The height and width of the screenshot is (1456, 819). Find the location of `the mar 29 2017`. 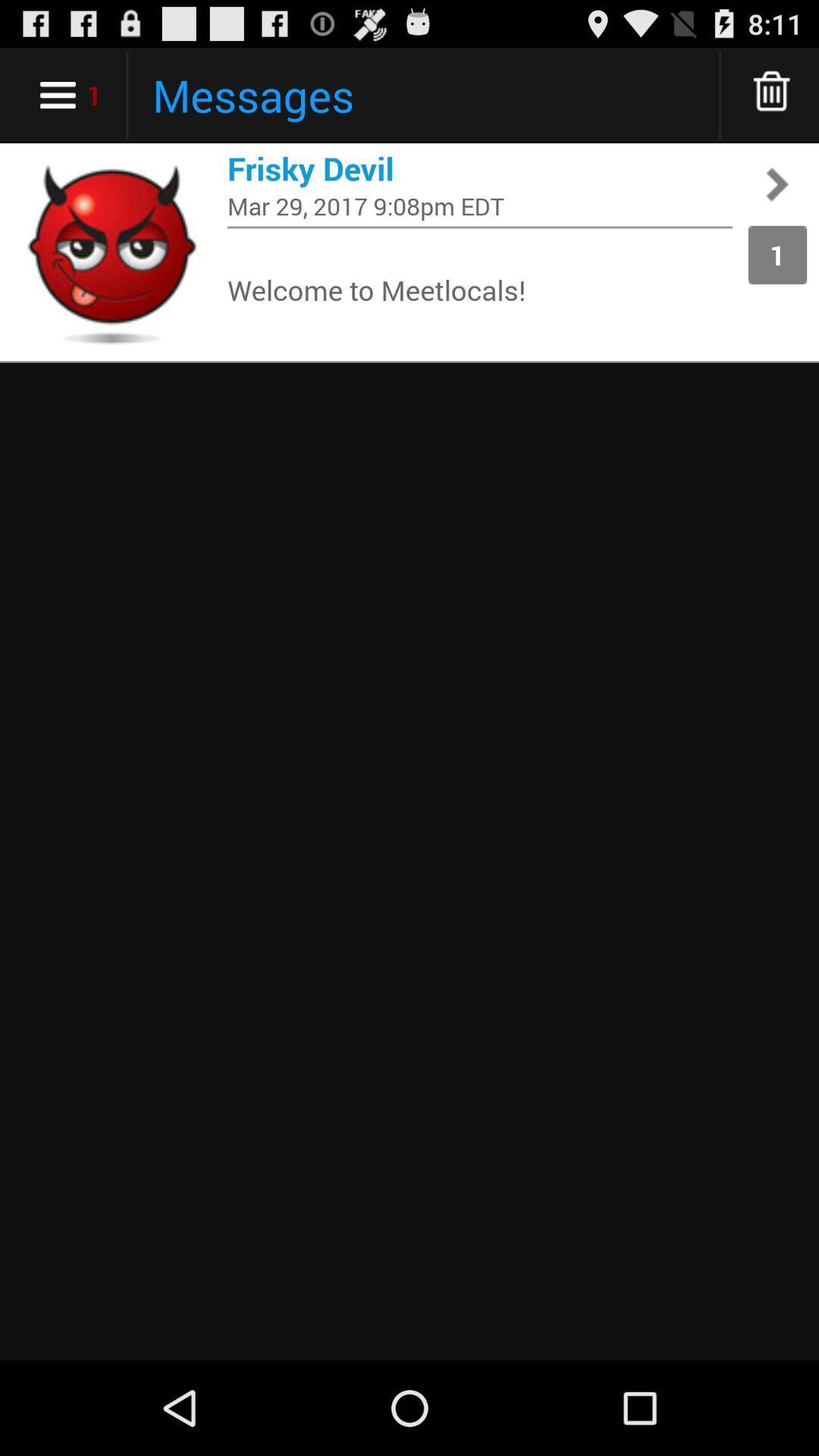

the mar 29 2017 is located at coordinates (479, 205).